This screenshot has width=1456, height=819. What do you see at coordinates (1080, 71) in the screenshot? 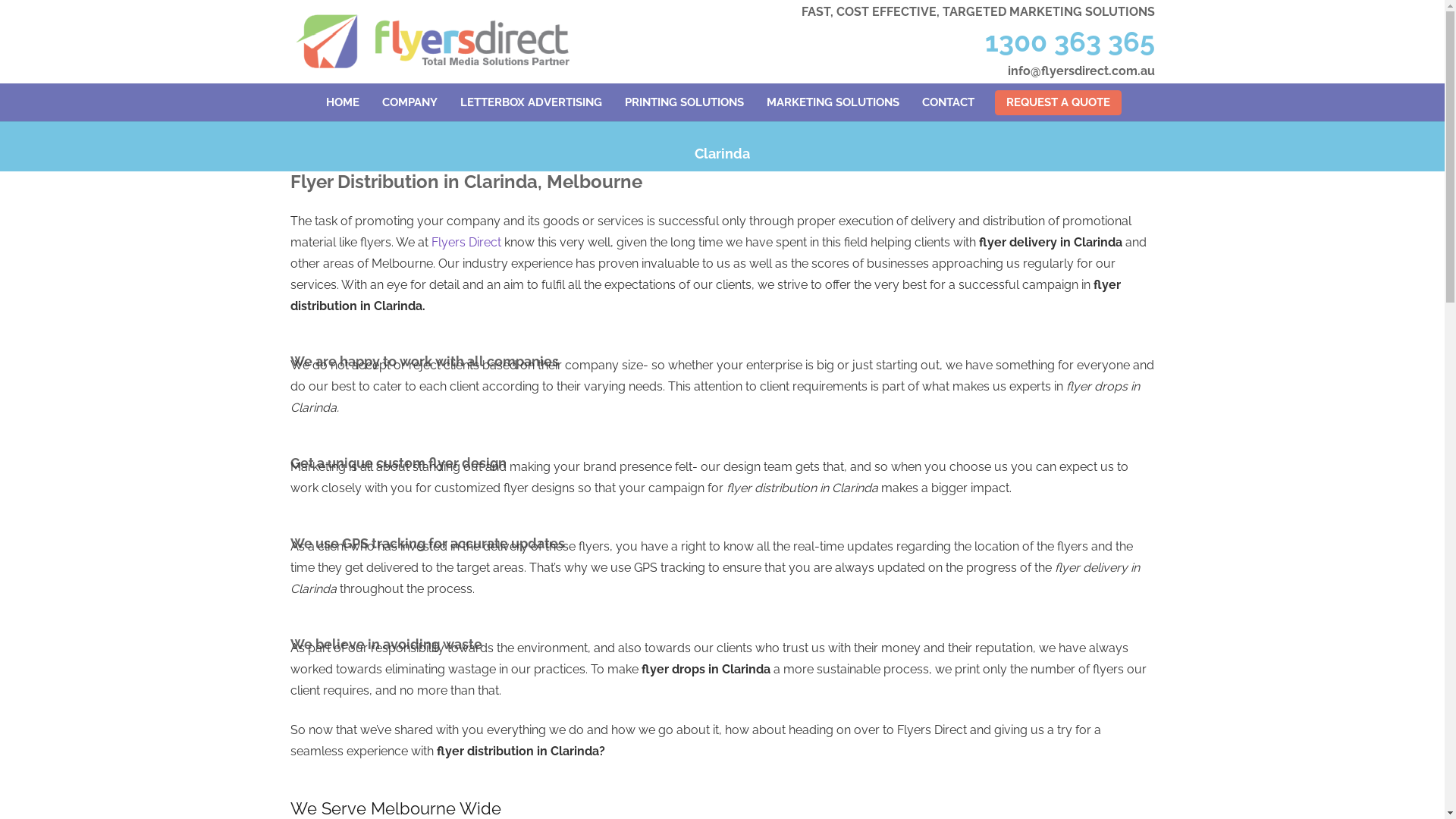
I see `'info@flyersdirect.com.au'` at bounding box center [1080, 71].